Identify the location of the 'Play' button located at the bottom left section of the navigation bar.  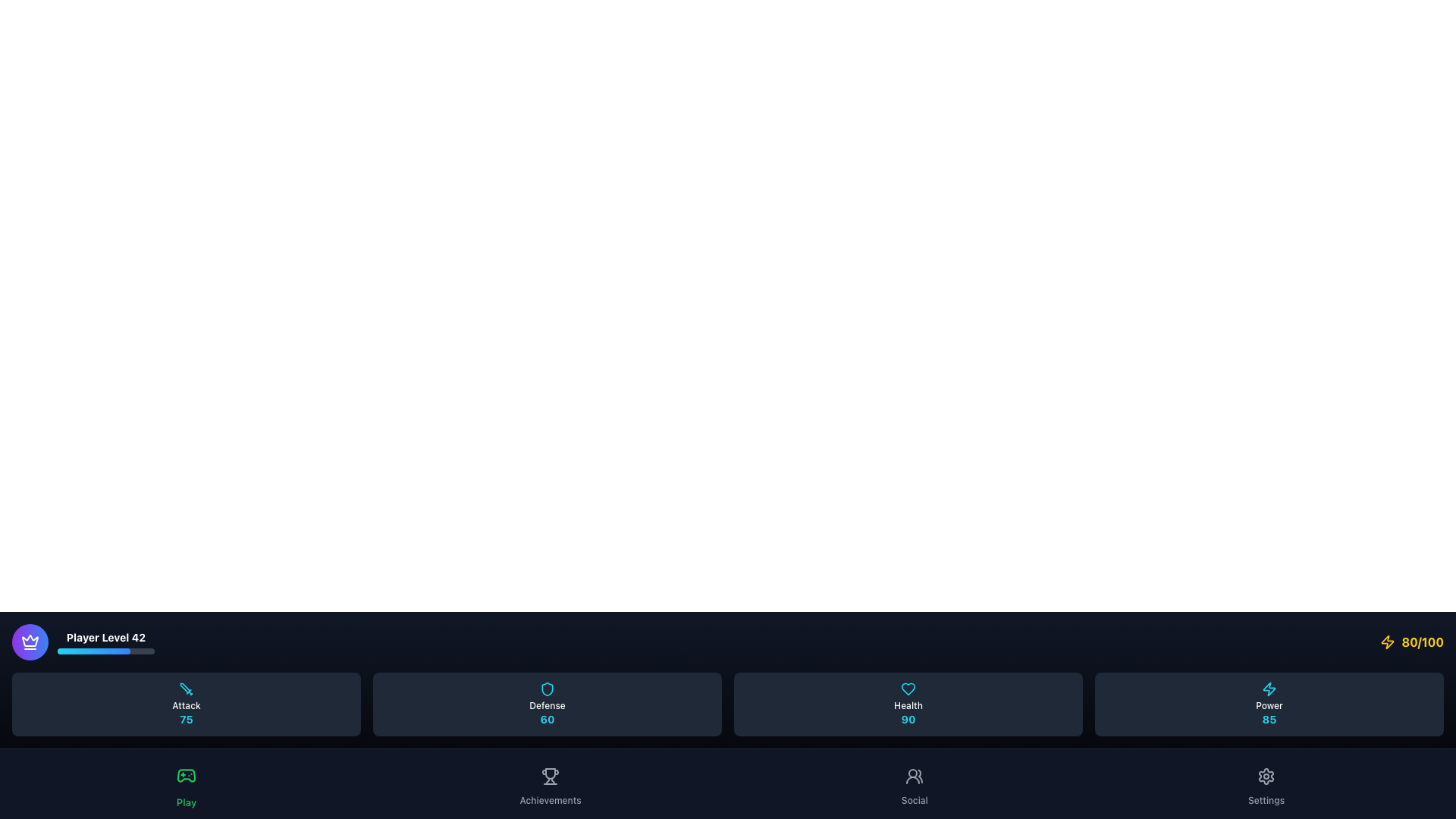
(185, 783).